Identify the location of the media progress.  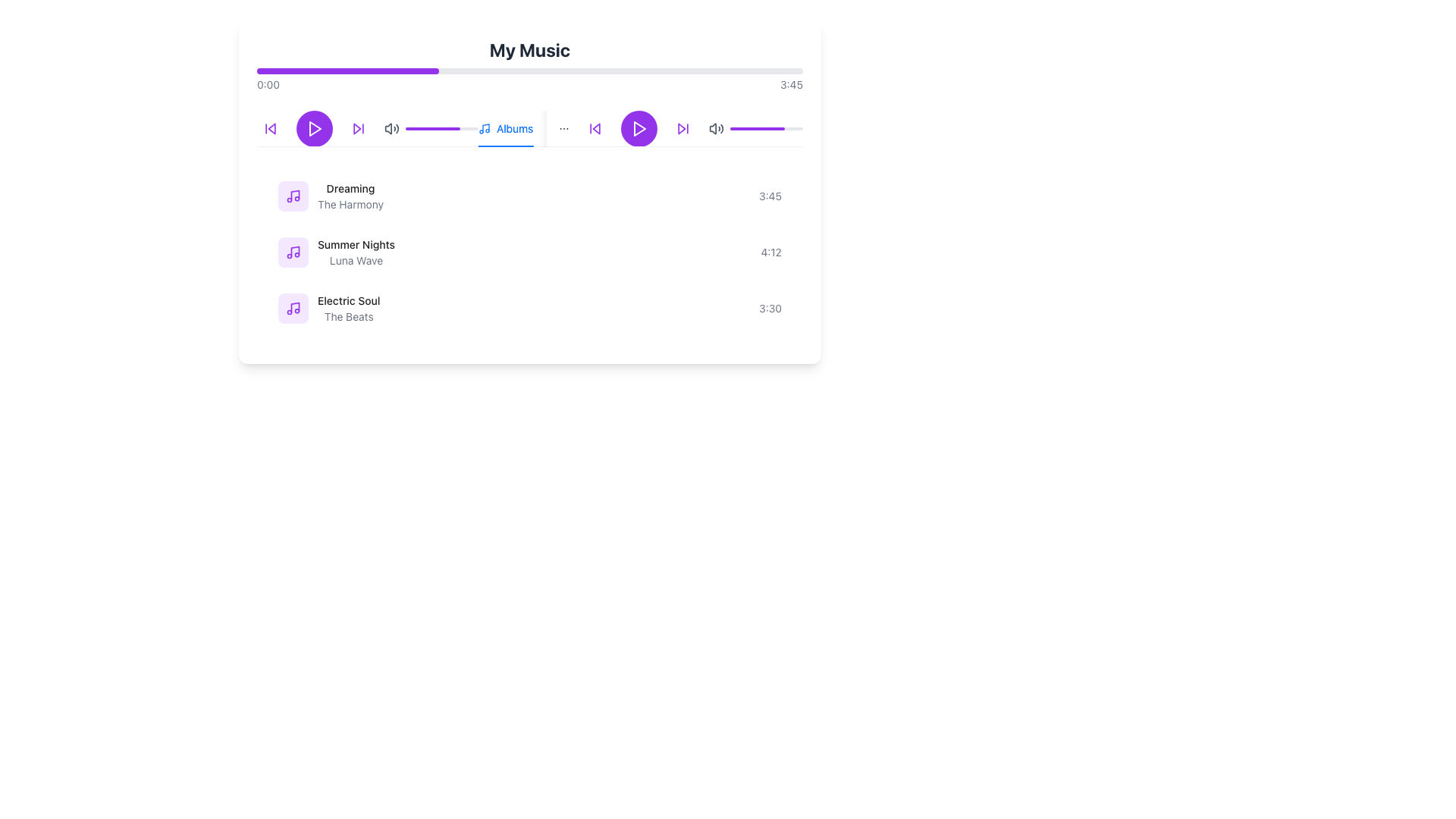
(408, 71).